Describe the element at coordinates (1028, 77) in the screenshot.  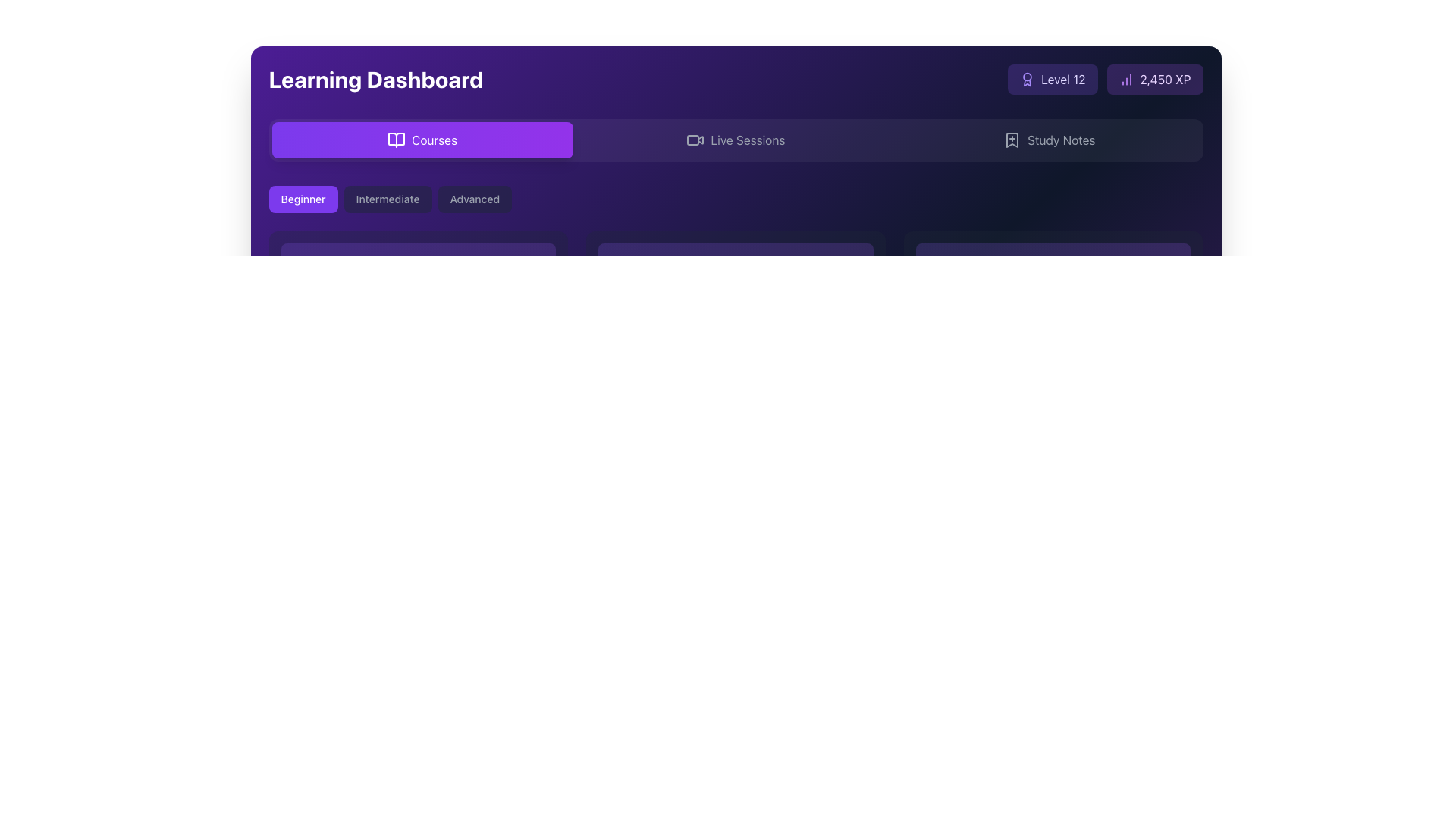
I see `the circular shape element of the SVG icon that represents an award, located at the top-right corner of the interface, just to the left of the 'Level 12' label` at that location.